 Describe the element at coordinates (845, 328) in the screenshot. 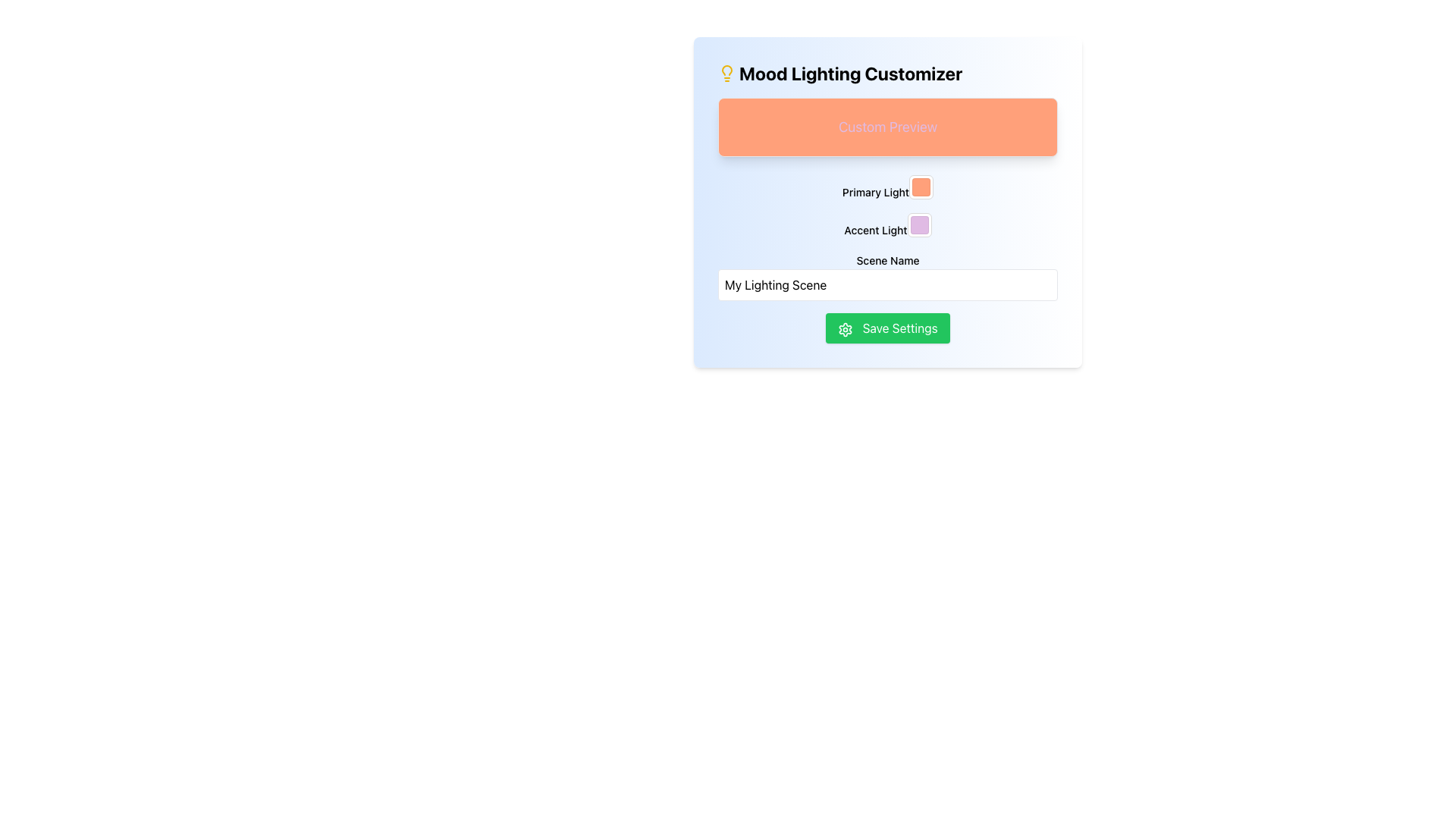

I see `the gear-shaped icon for settings, which is part of the green rectangular button labeled 'Save Settings' located beneath a text input field` at that location.